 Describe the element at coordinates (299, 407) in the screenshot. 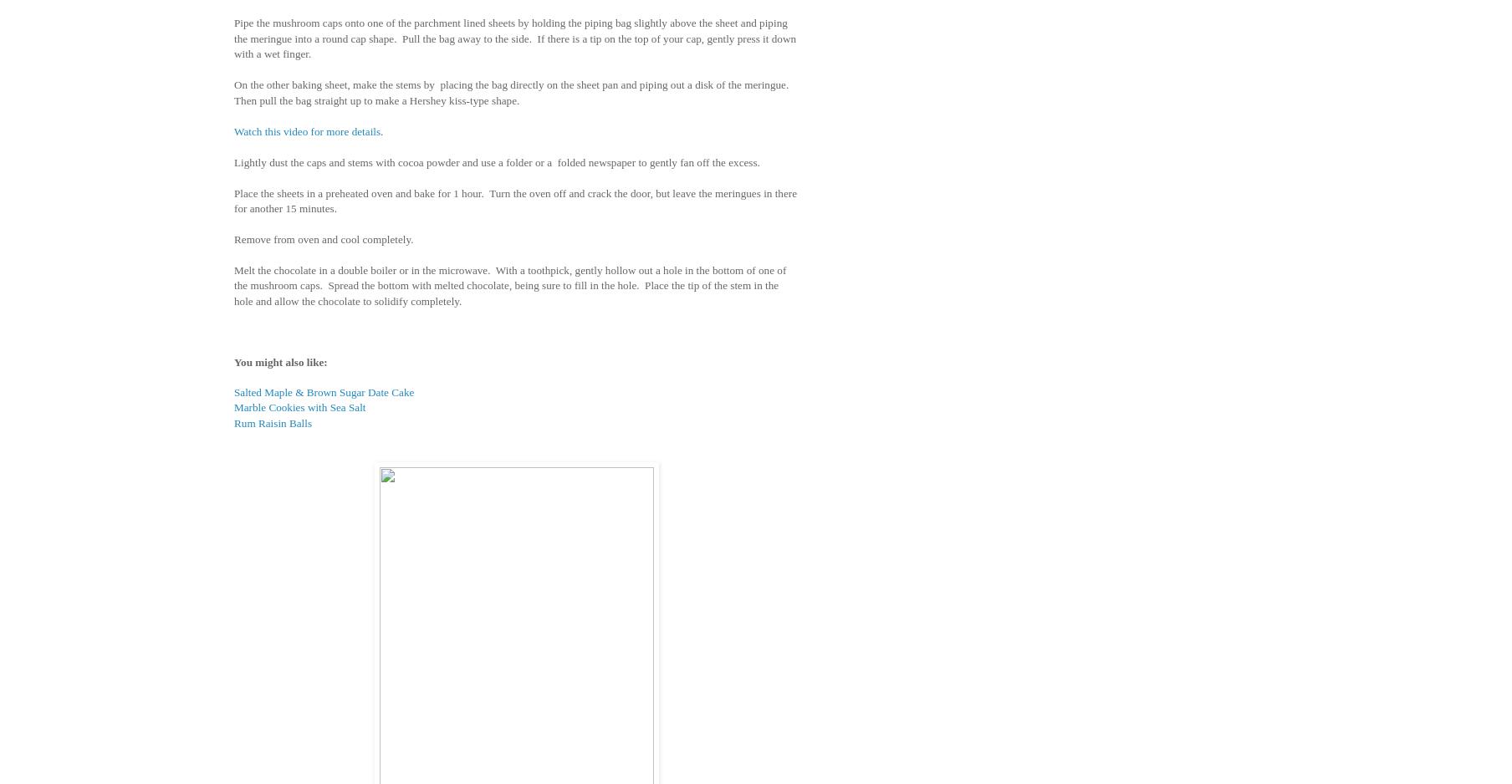

I see `'Marble Cookies with Sea Salt'` at that location.